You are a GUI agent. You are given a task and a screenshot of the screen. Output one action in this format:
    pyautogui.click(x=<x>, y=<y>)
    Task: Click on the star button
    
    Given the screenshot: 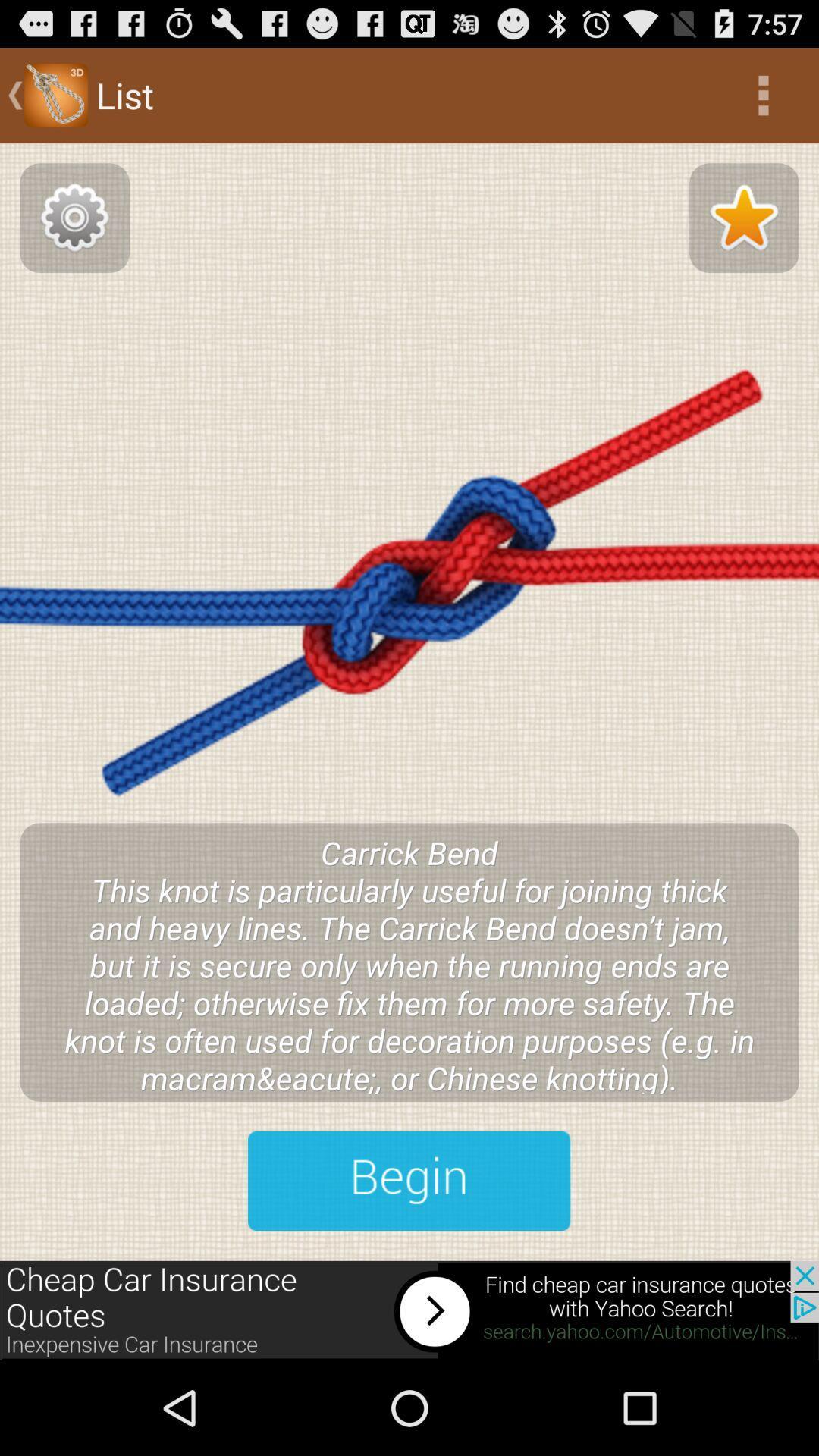 What is the action you would take?
    pyautogui.click(x=743, y=217)
    